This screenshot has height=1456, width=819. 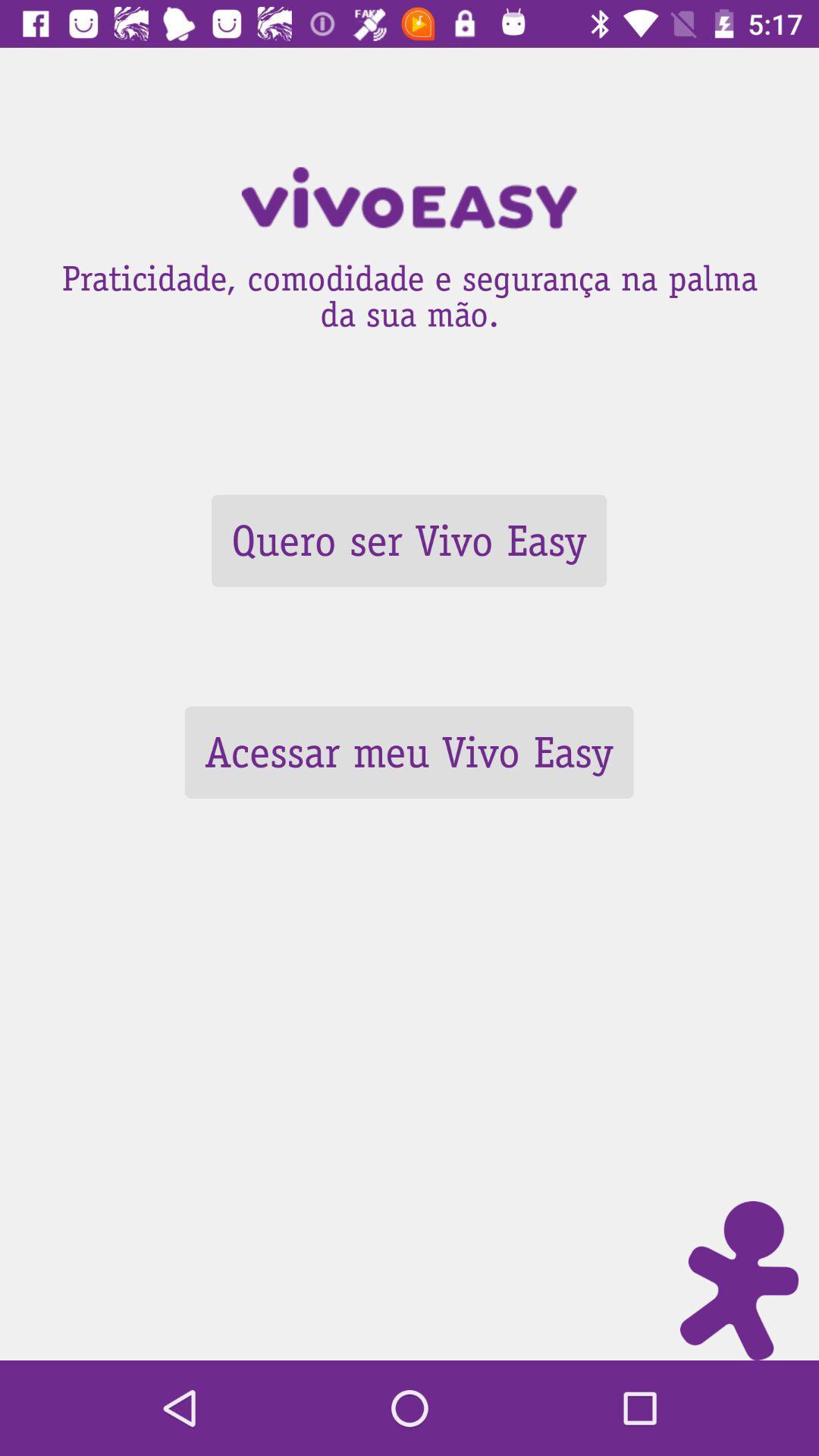 I want to click on icon above the acessar meu vivo icon, so click(x=408, y=541).